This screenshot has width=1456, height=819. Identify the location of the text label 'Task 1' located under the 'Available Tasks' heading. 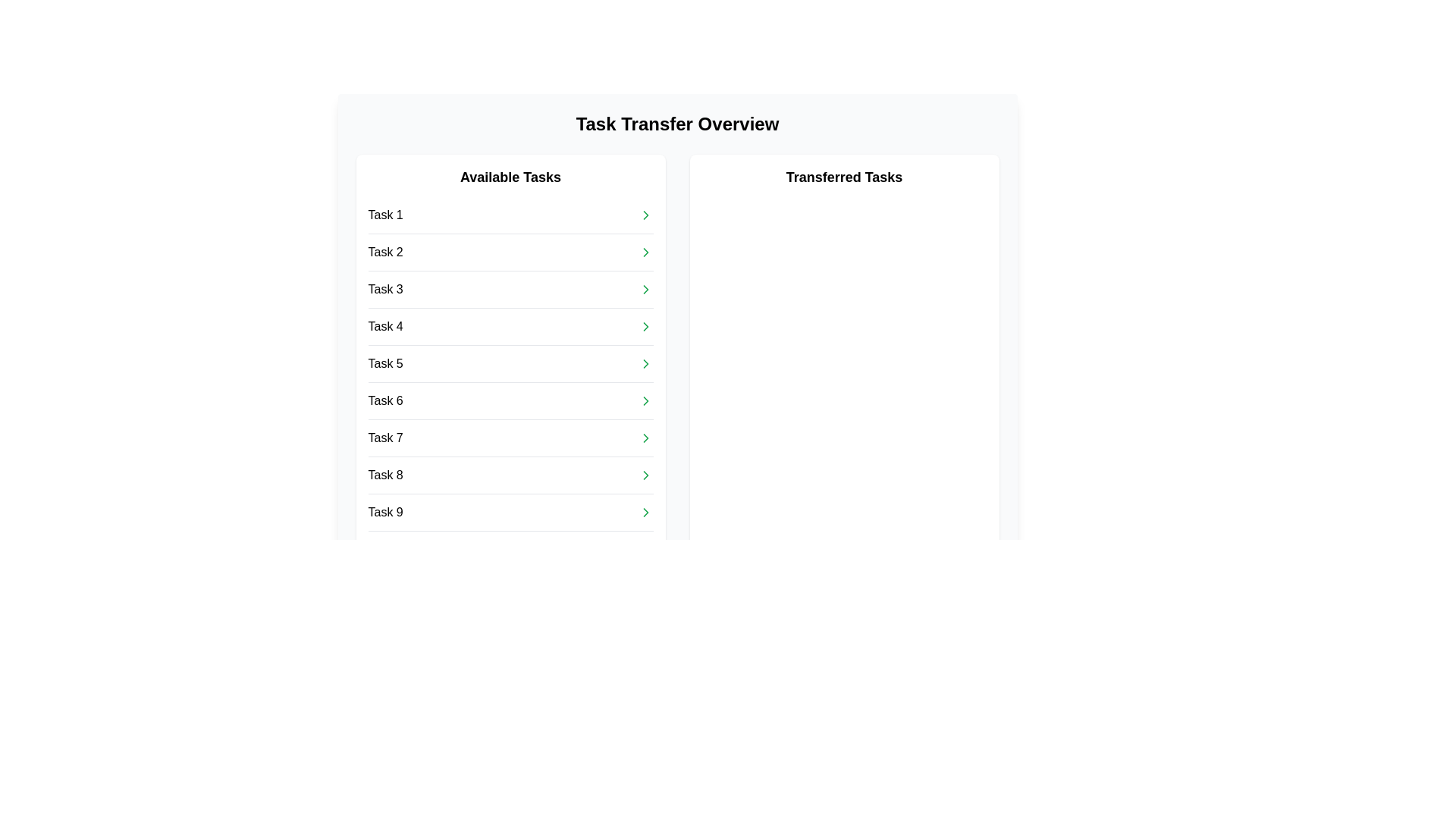
(385, 215).